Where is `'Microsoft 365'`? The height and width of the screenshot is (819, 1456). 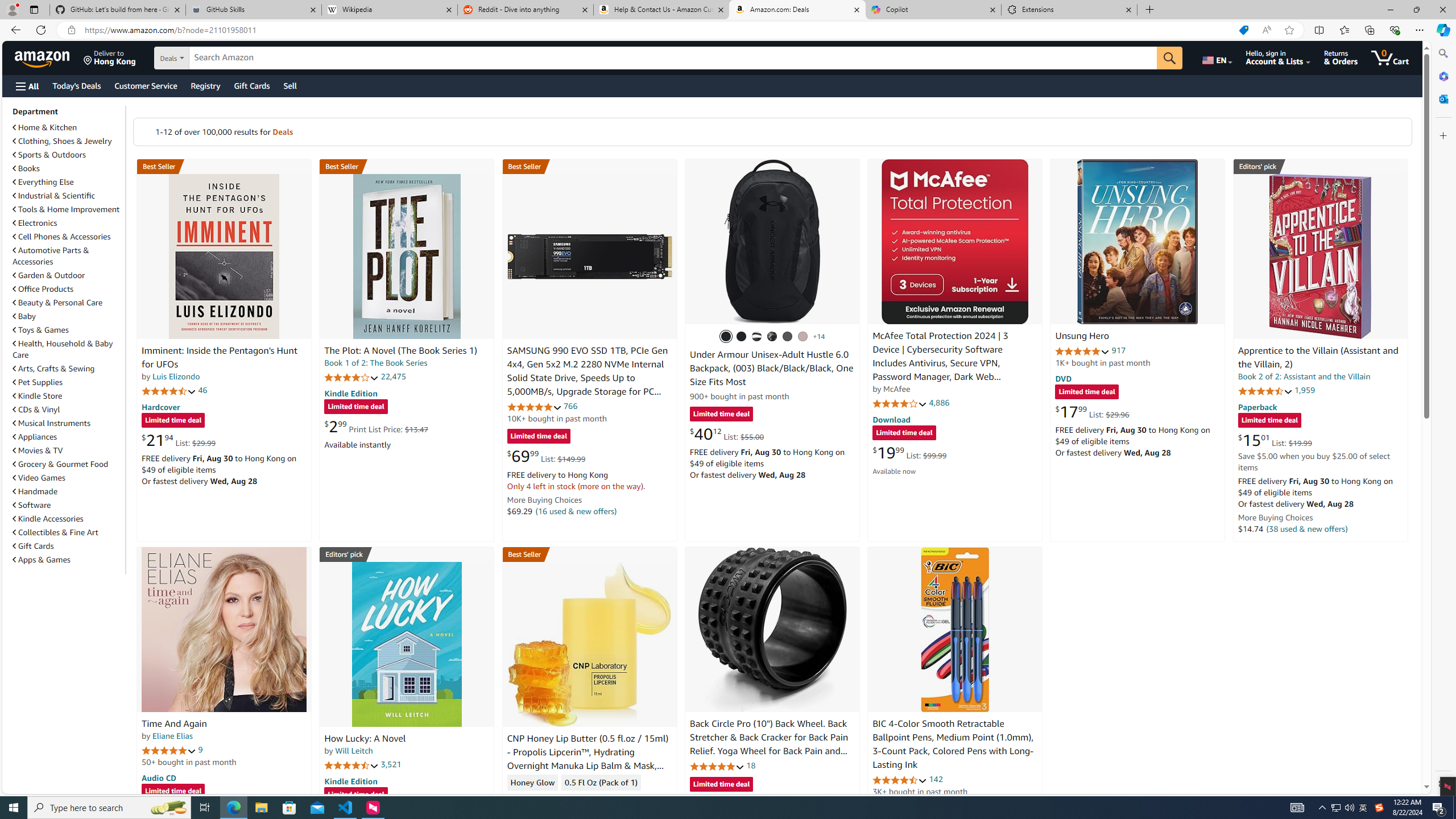 'Microsoft 365' is located at coordinates (1442, 76).